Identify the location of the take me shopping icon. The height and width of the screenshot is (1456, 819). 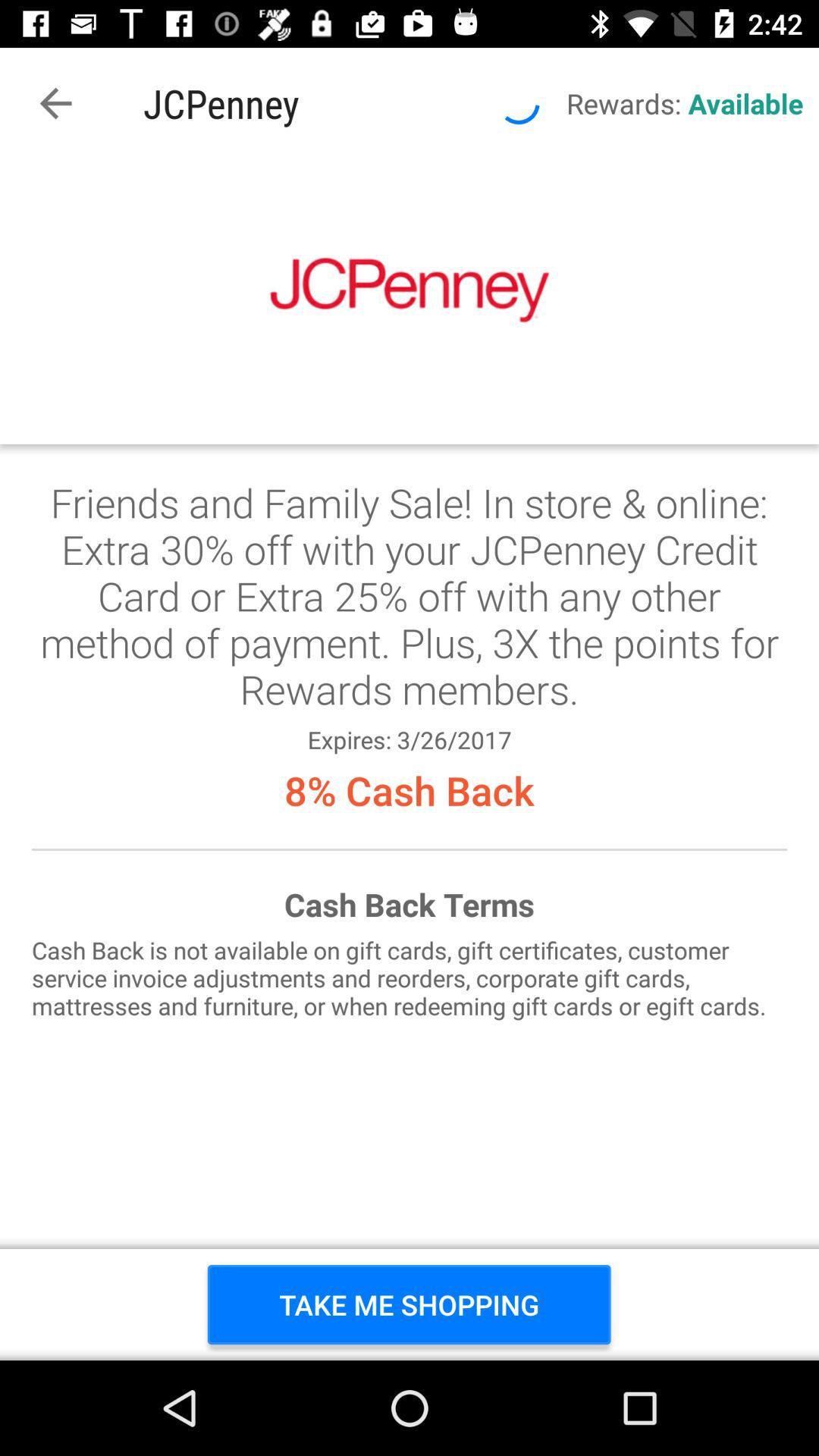
(408, 1304).